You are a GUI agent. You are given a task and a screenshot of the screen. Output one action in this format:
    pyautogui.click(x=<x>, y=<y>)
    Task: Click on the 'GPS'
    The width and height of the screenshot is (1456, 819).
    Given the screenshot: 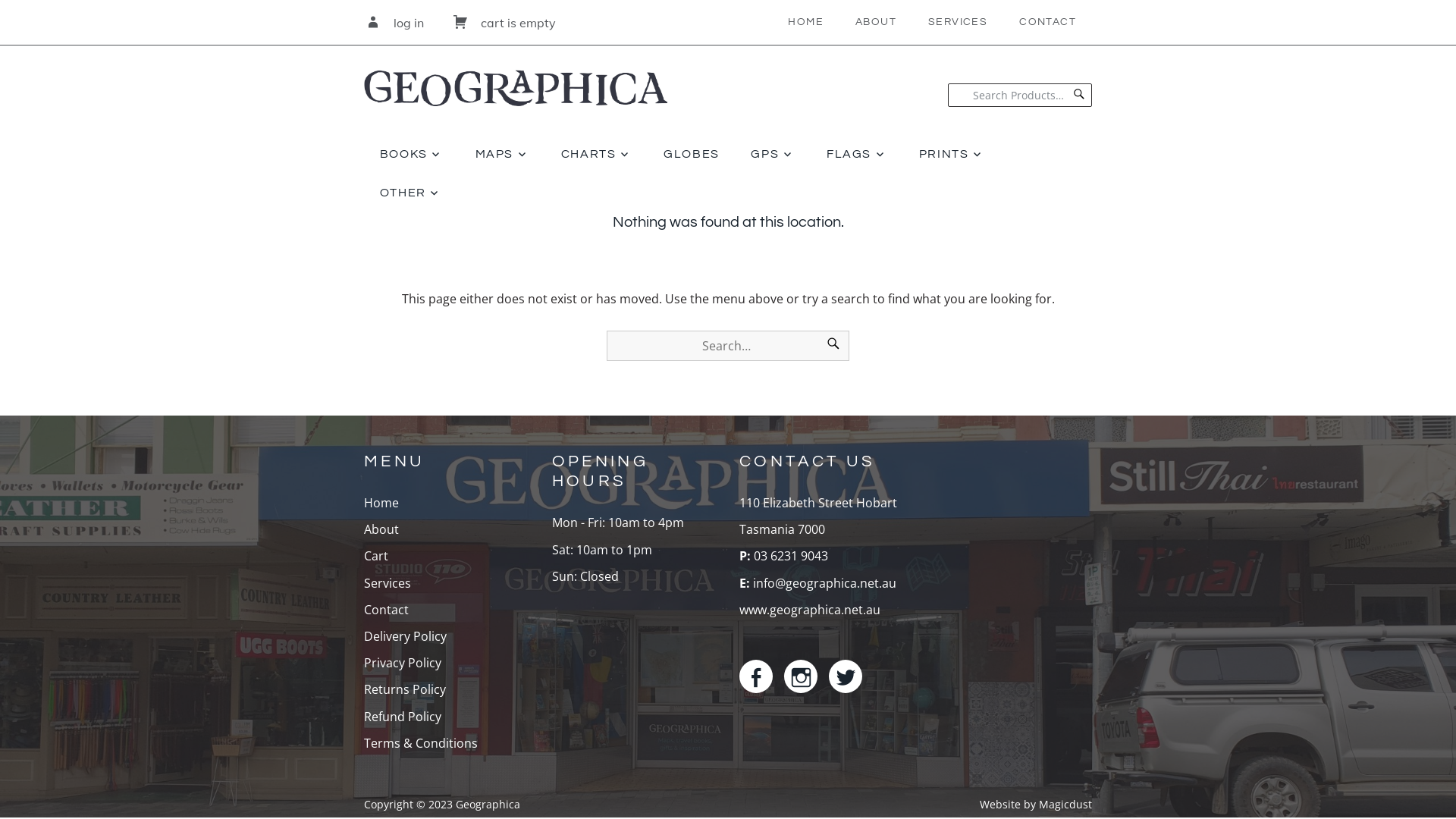 What is the action you would take?
    pyautogui.click(x=773, y=154)
    